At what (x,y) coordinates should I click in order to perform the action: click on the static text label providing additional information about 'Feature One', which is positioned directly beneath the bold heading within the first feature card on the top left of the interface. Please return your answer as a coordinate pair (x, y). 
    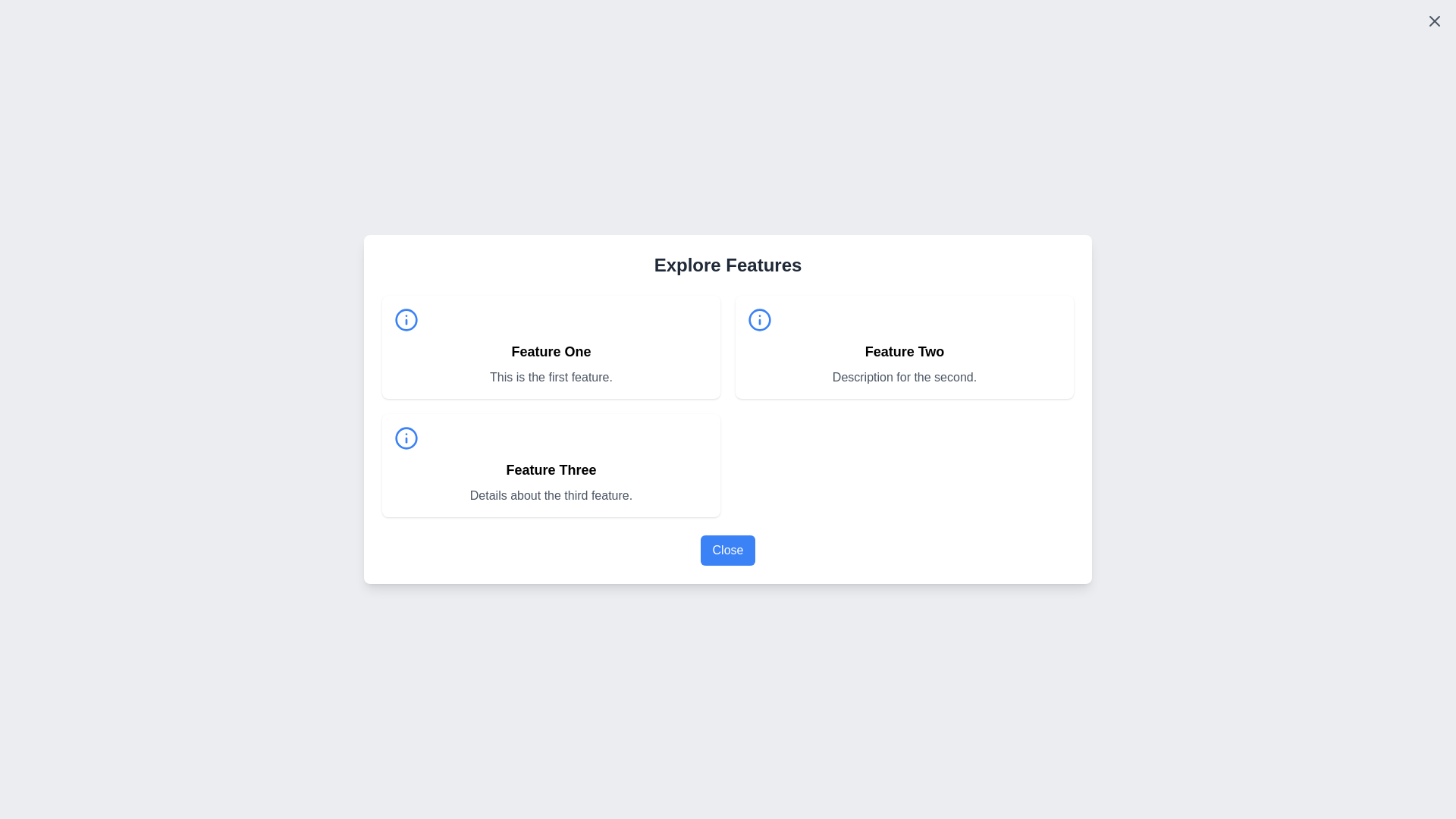
    Looking at the image, I should click on (550, 376).